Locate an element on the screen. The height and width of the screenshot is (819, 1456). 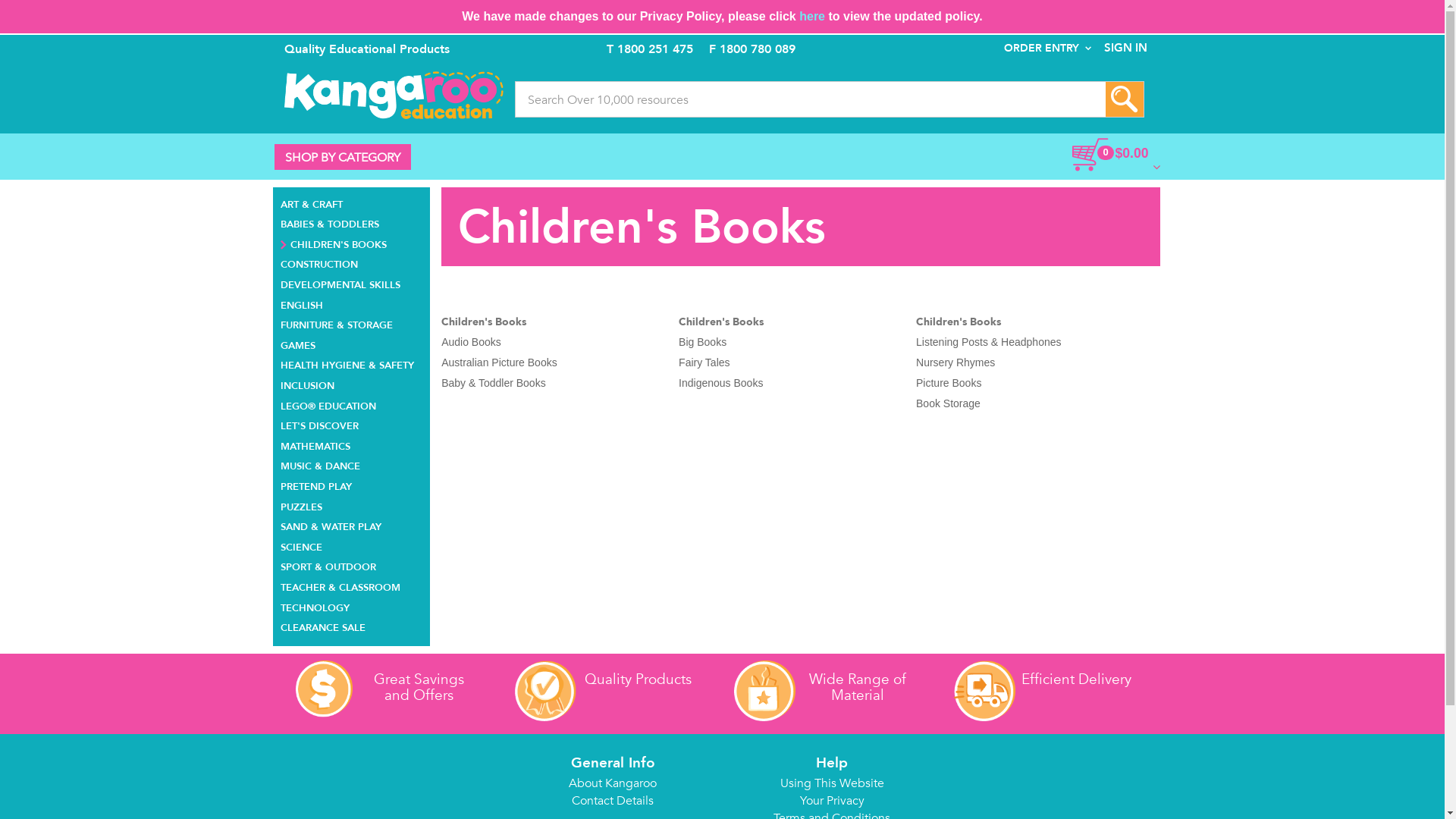
'F 1800 780 089' is located at coordinates (708, 49).